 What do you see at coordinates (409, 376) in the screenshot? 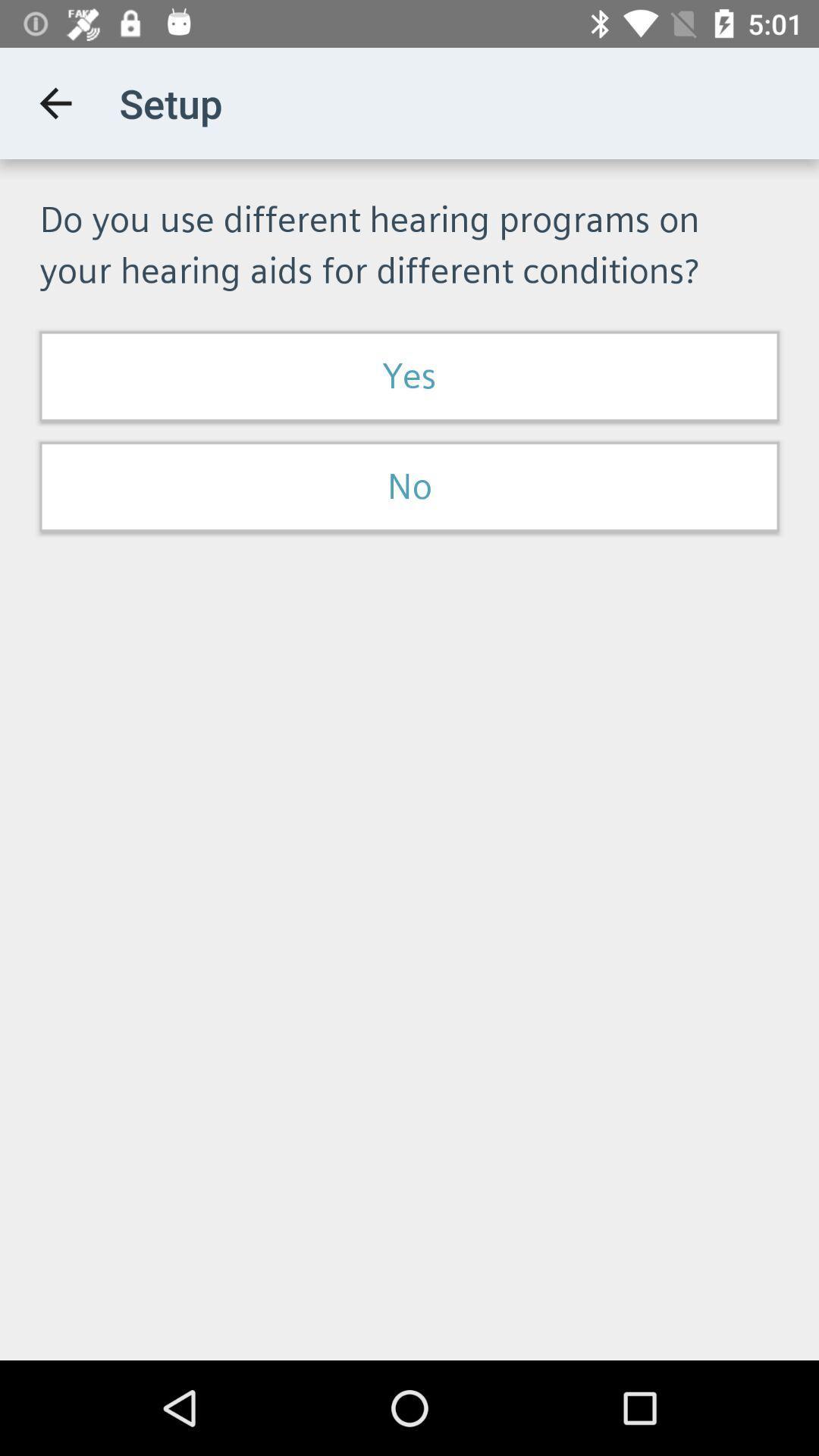
I see `yes` at bounding box center [409, 376].